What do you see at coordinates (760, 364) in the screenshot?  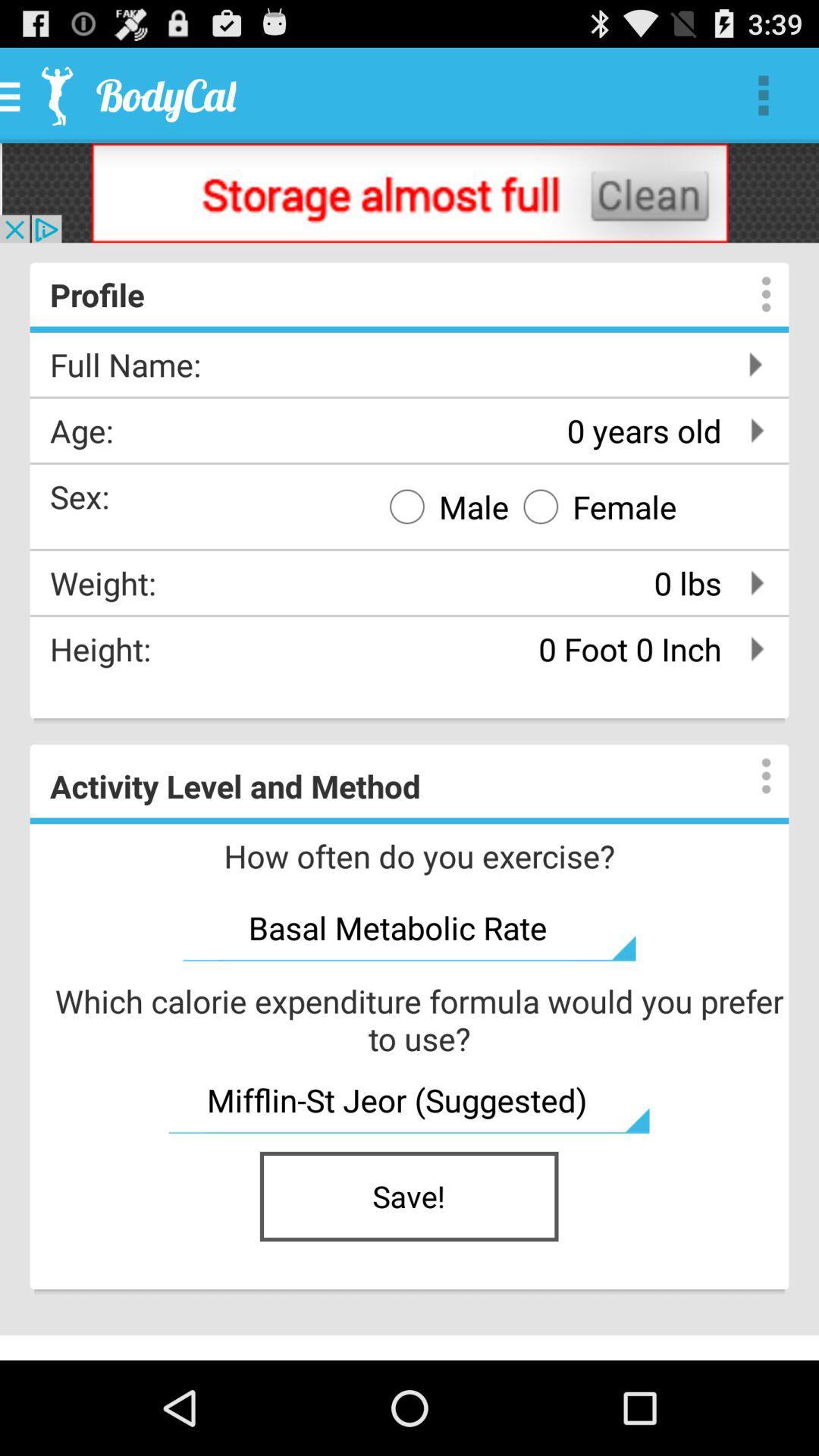 I see `the next page icon right next to full name` at bounding box center [760, 364].